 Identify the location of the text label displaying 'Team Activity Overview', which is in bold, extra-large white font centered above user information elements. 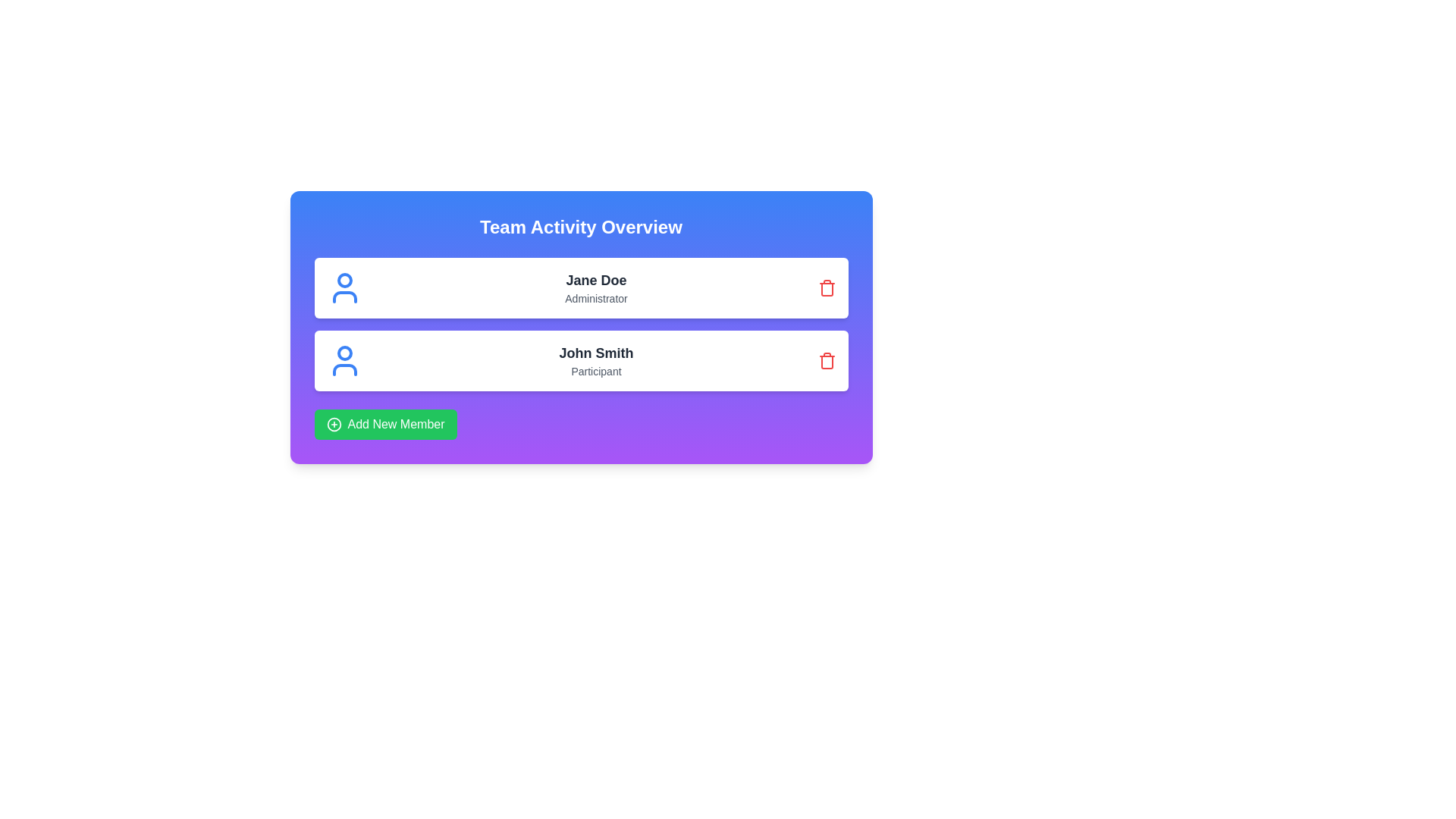
(580, 227).